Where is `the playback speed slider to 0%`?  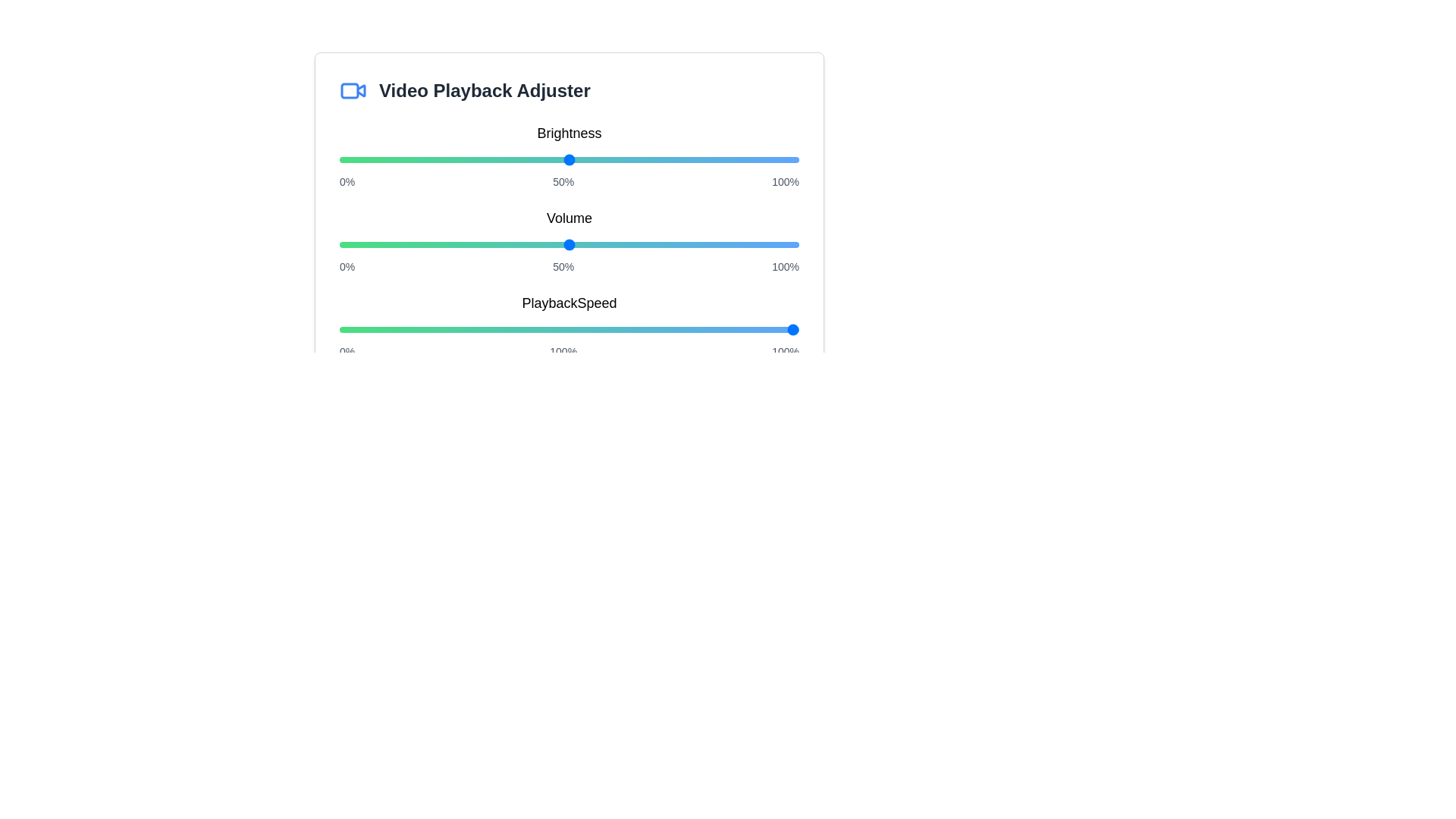 the playback speed slider to 0% is located at coordinates (338, 329).